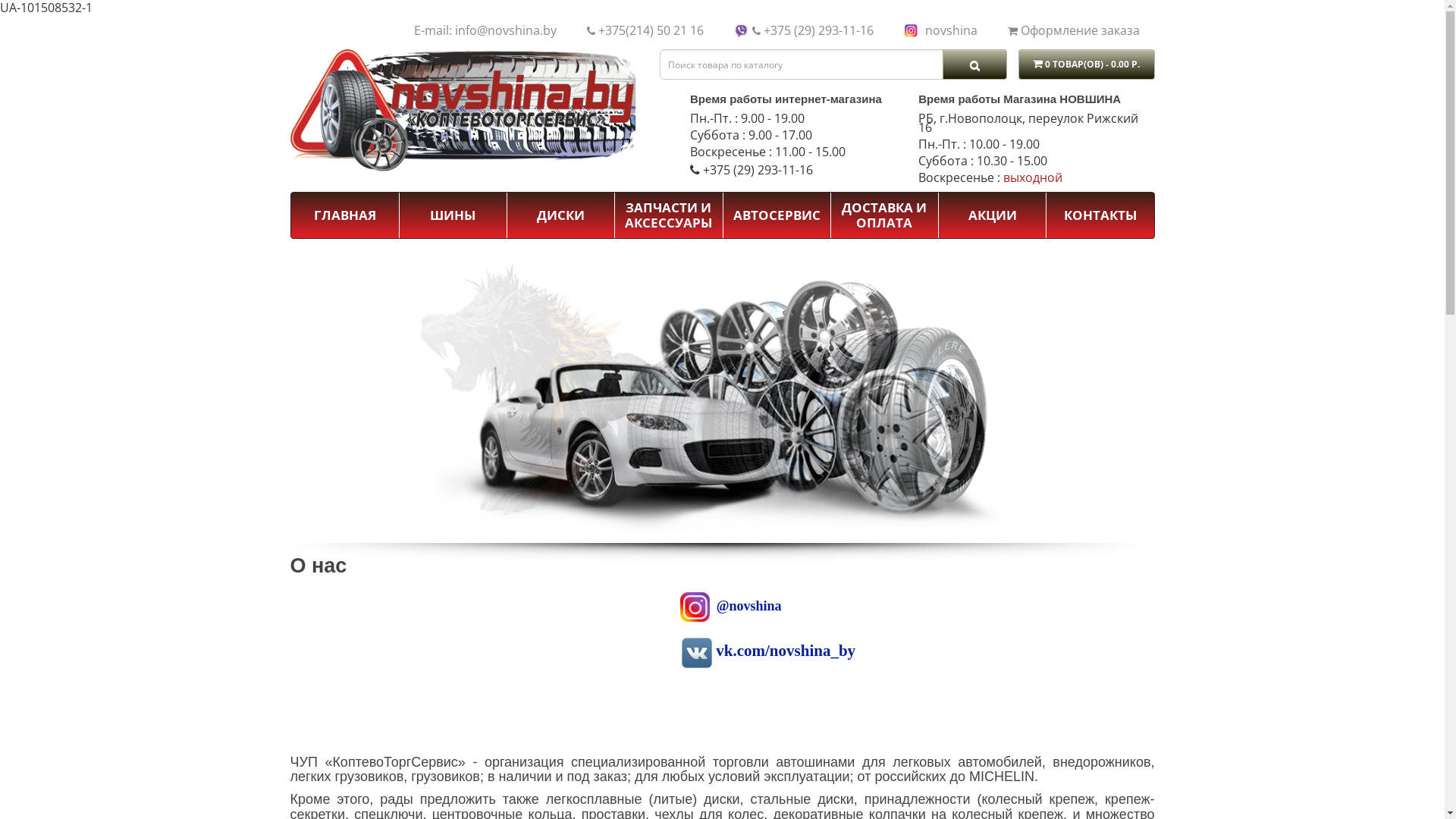 The image size is (1456, 819). I want to click on '+375(214) 50 21 16', so click(650, 30).